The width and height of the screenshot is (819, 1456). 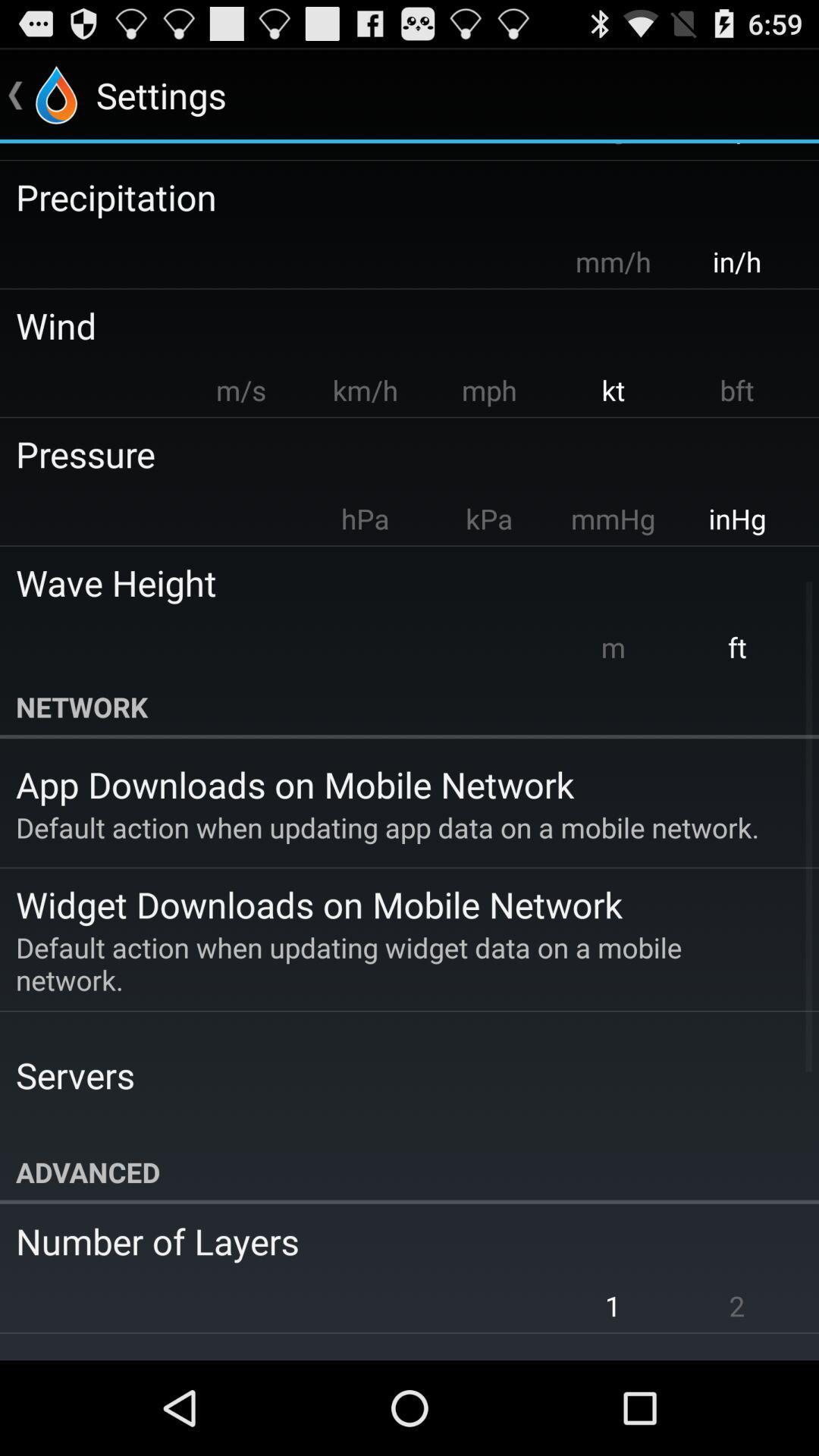 What do you see at coordinates (488, 519) in the screenshot?
I see `app to the left of mmhg app` at bounding box center [488, 519].